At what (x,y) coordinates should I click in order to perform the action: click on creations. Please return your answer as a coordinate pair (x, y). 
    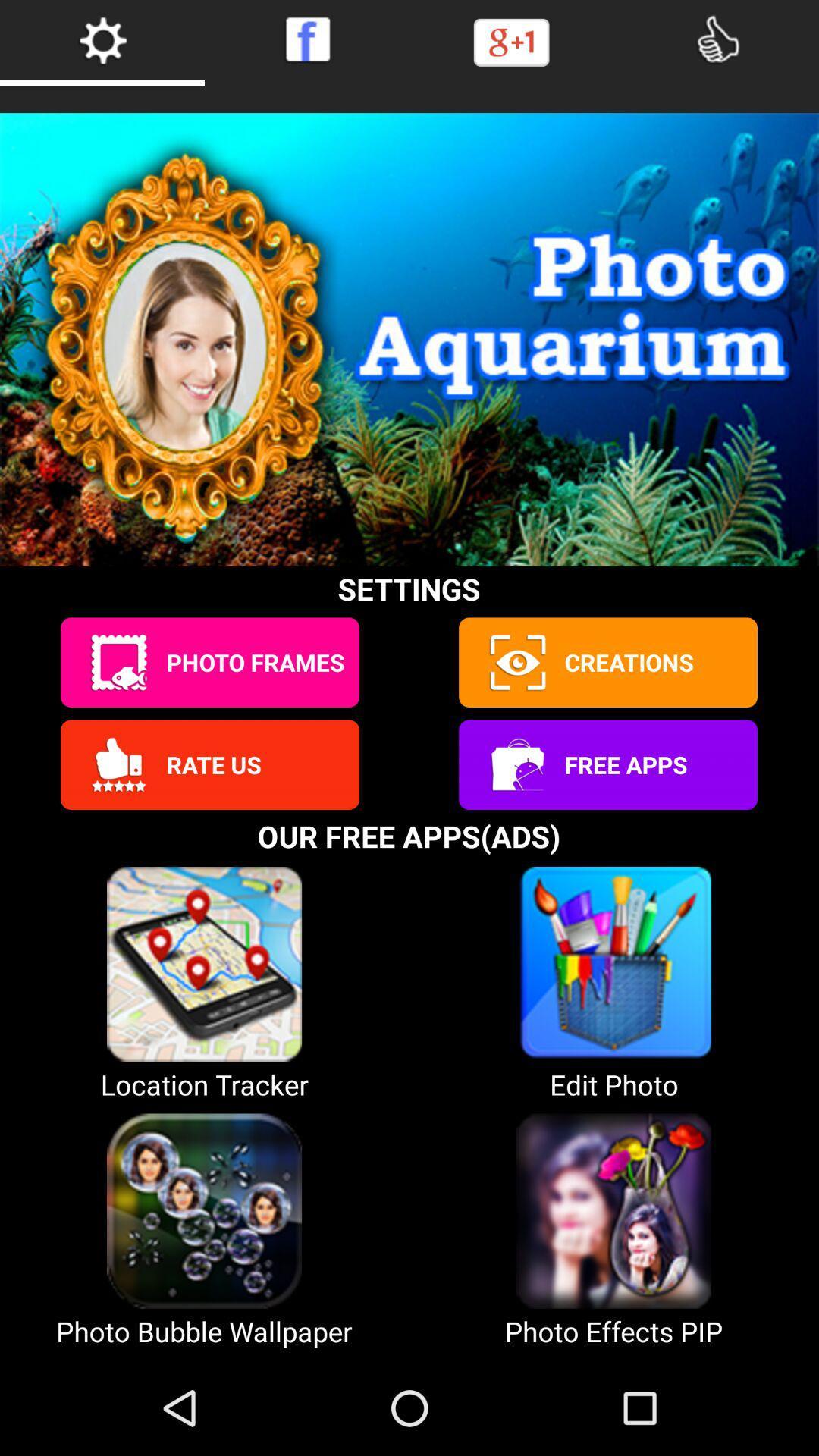
    Looking at the image, I should click on (516, 662).